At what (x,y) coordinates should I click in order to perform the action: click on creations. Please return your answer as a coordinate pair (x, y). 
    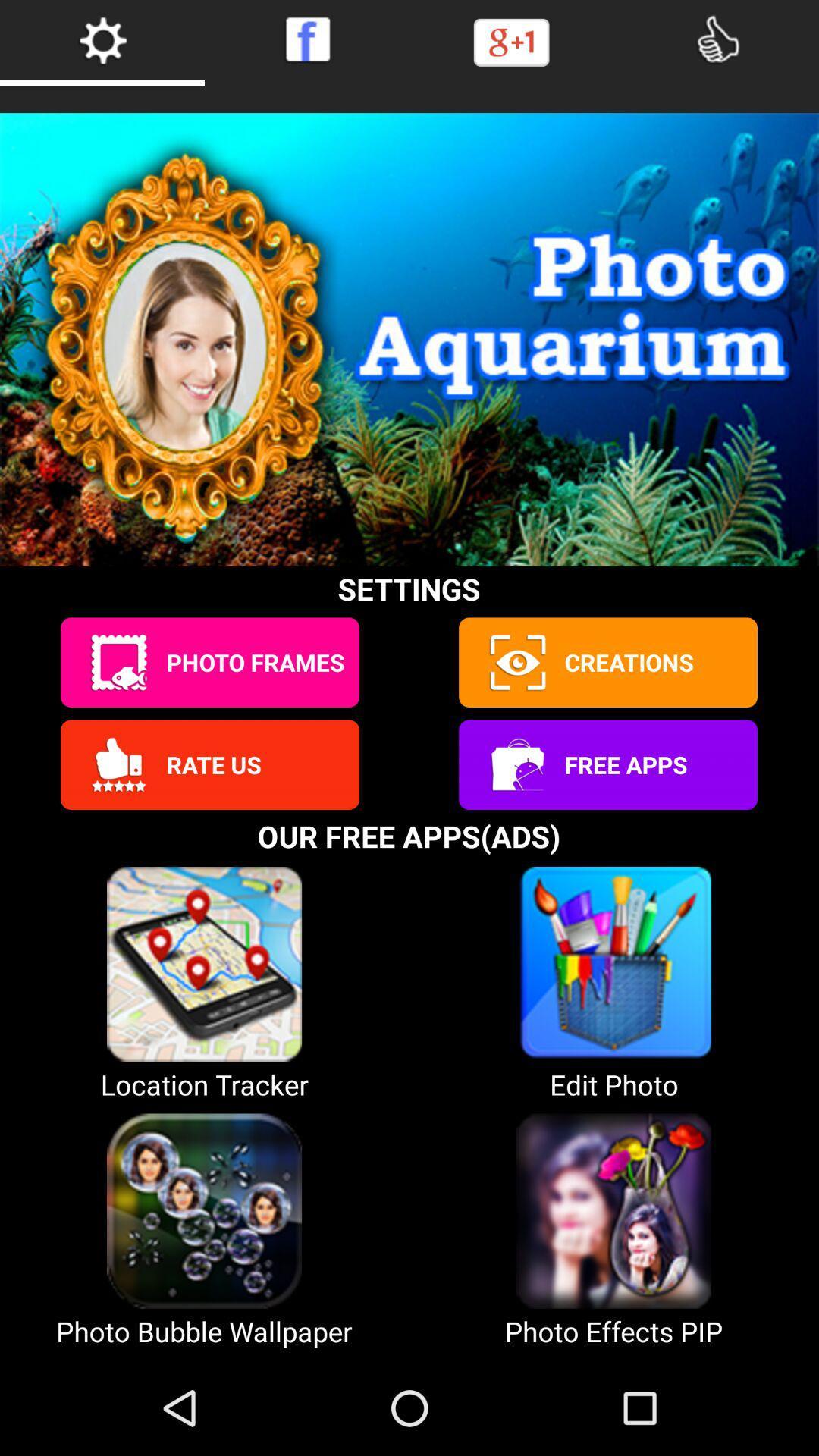
    Looking at the image, I should click on (516, 662).